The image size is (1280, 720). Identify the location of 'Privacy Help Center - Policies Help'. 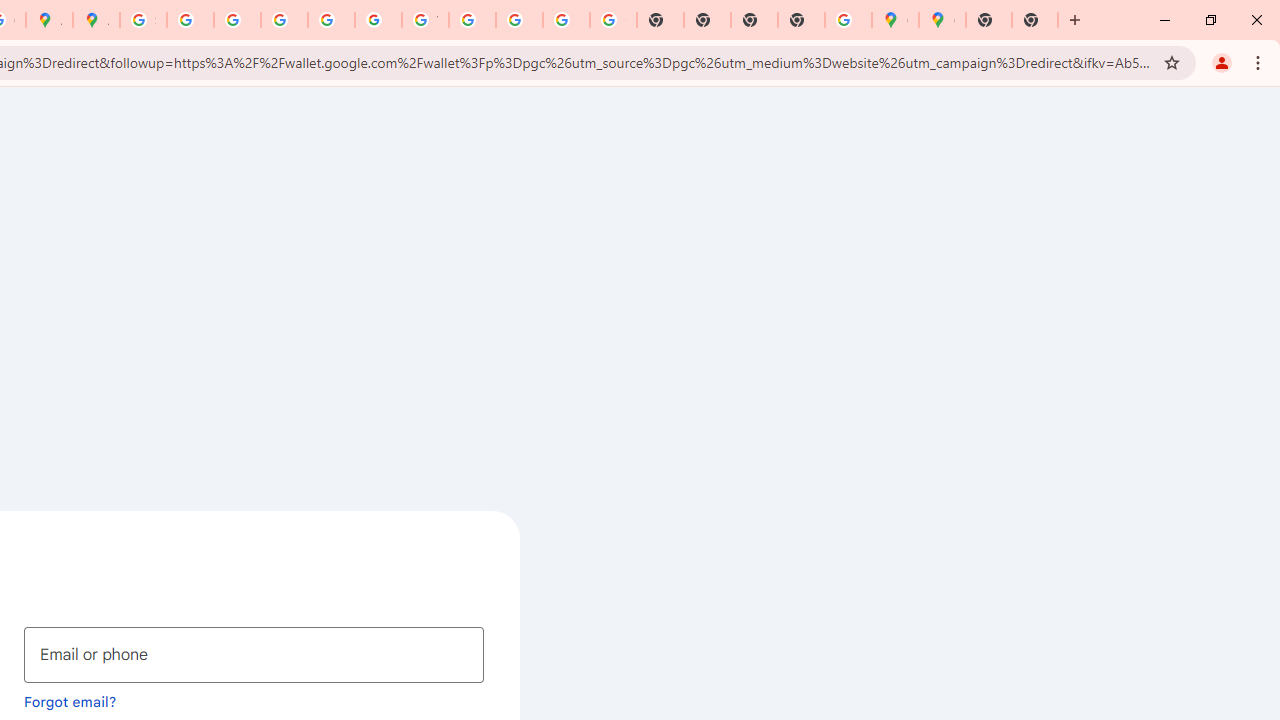
(283, 20).